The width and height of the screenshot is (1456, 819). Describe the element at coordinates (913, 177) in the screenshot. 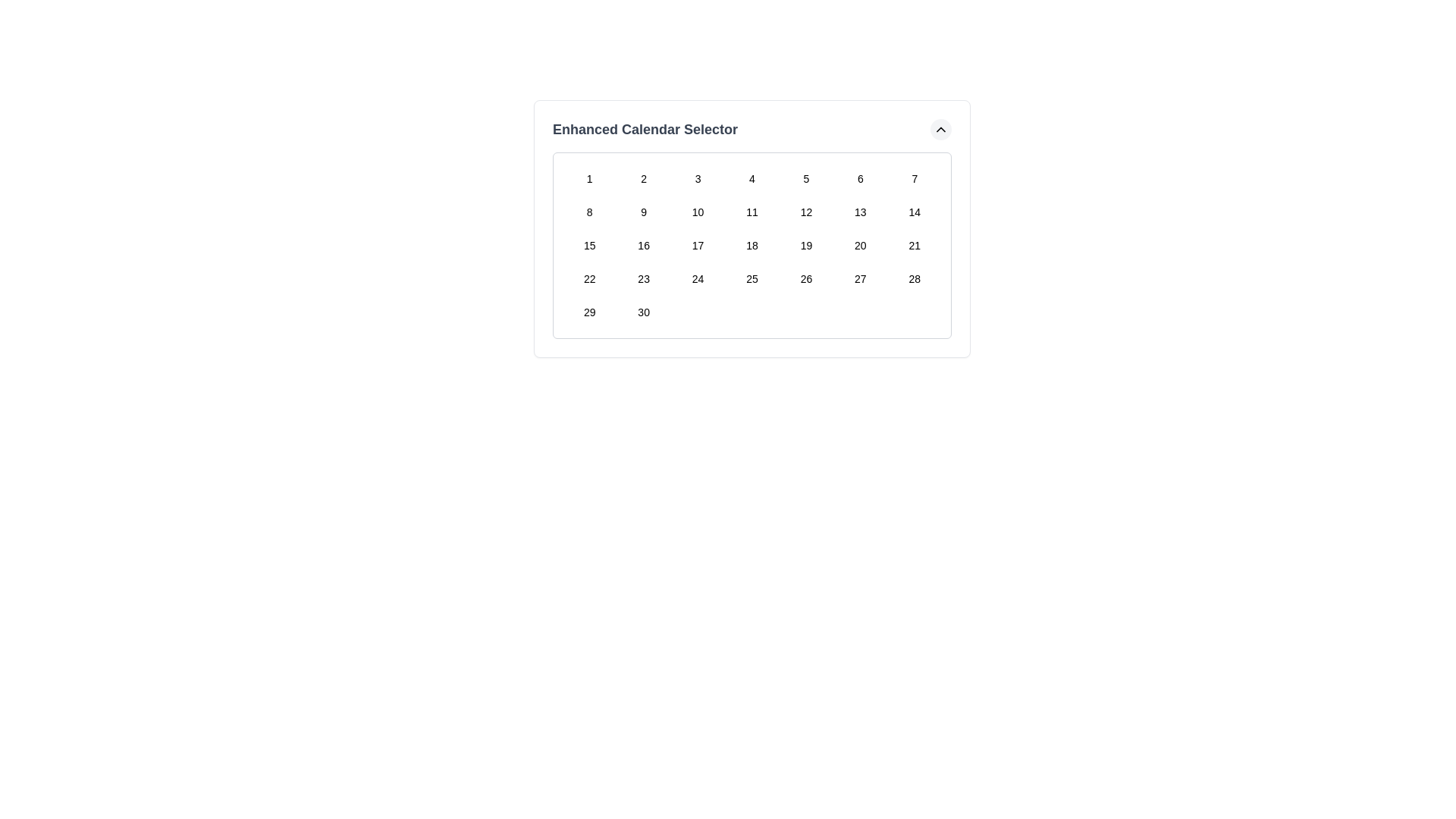

I see `the rounded square button labeled '7'` at that location.